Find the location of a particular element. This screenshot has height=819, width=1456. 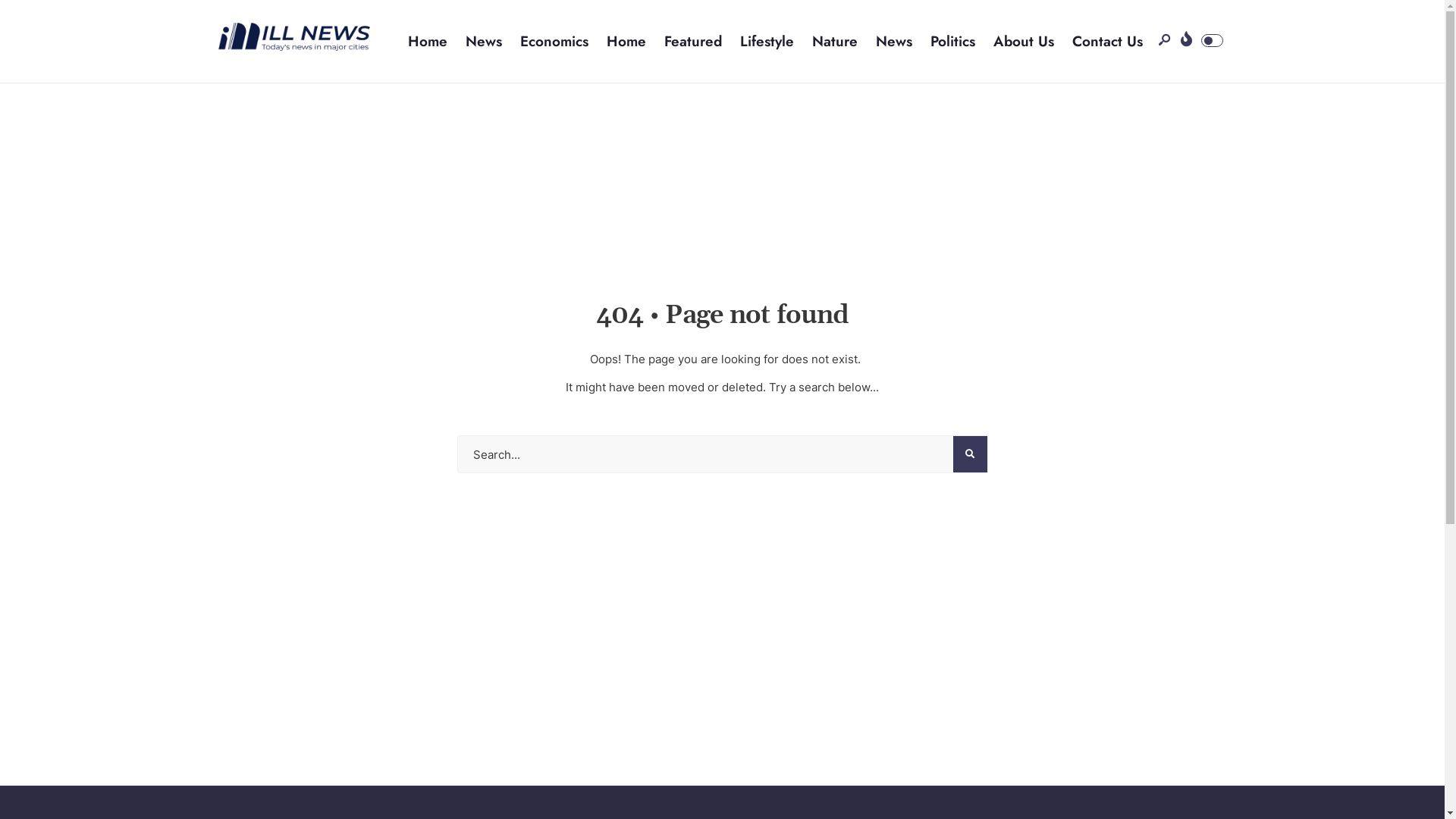

'Home' is located at coordinates (427, 40).